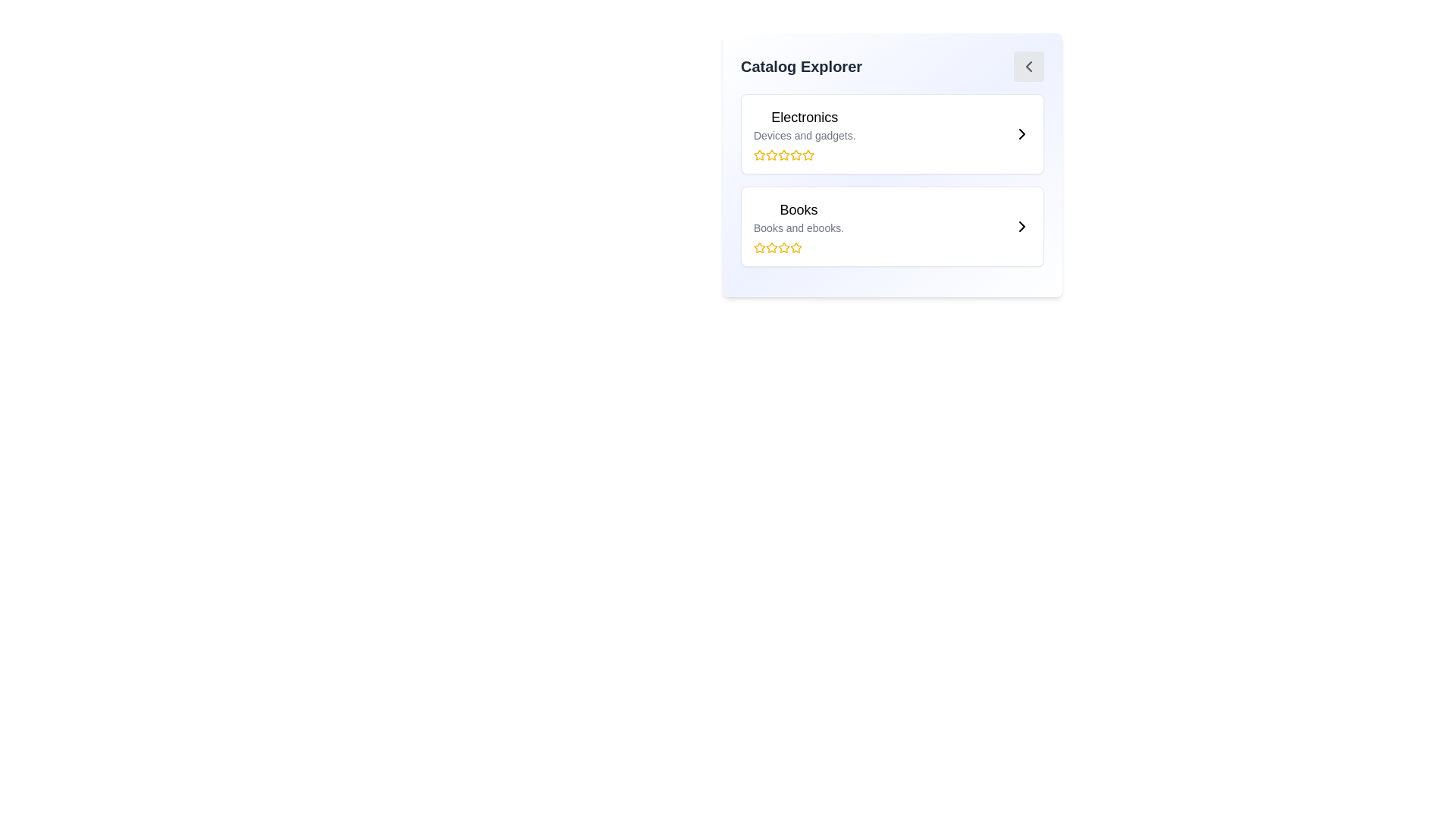 The image size is (1456, 819). Describe the element at coordinates (807, 155) in the screenshot. I see `the fourth star-shaped Rating Star Icon, which is golden yellow and located below the text 'Electronics' and 'Devices and gadgets.'` at that location.